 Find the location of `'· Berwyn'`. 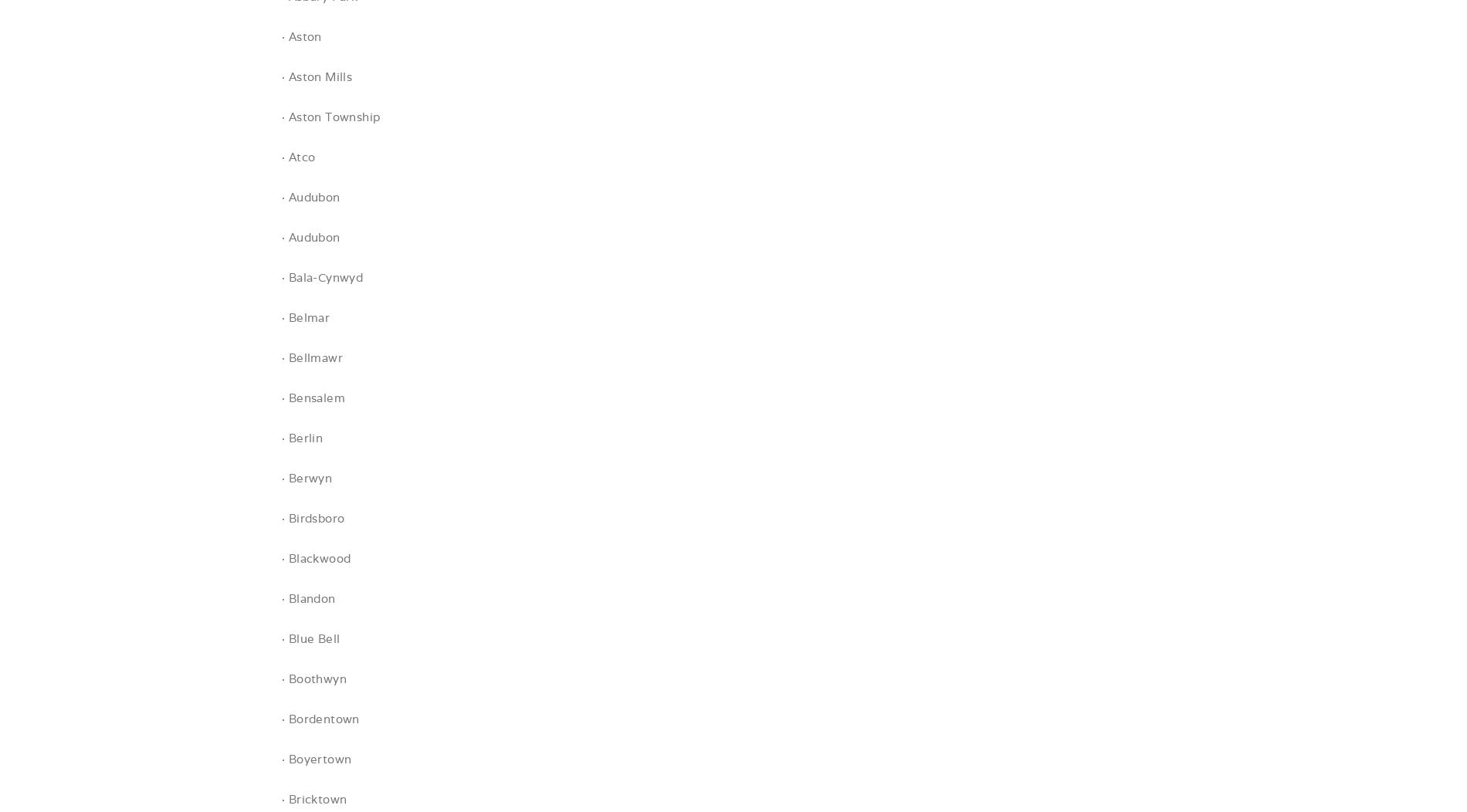

'· Berwyn' is located at coordinates (306, 478).